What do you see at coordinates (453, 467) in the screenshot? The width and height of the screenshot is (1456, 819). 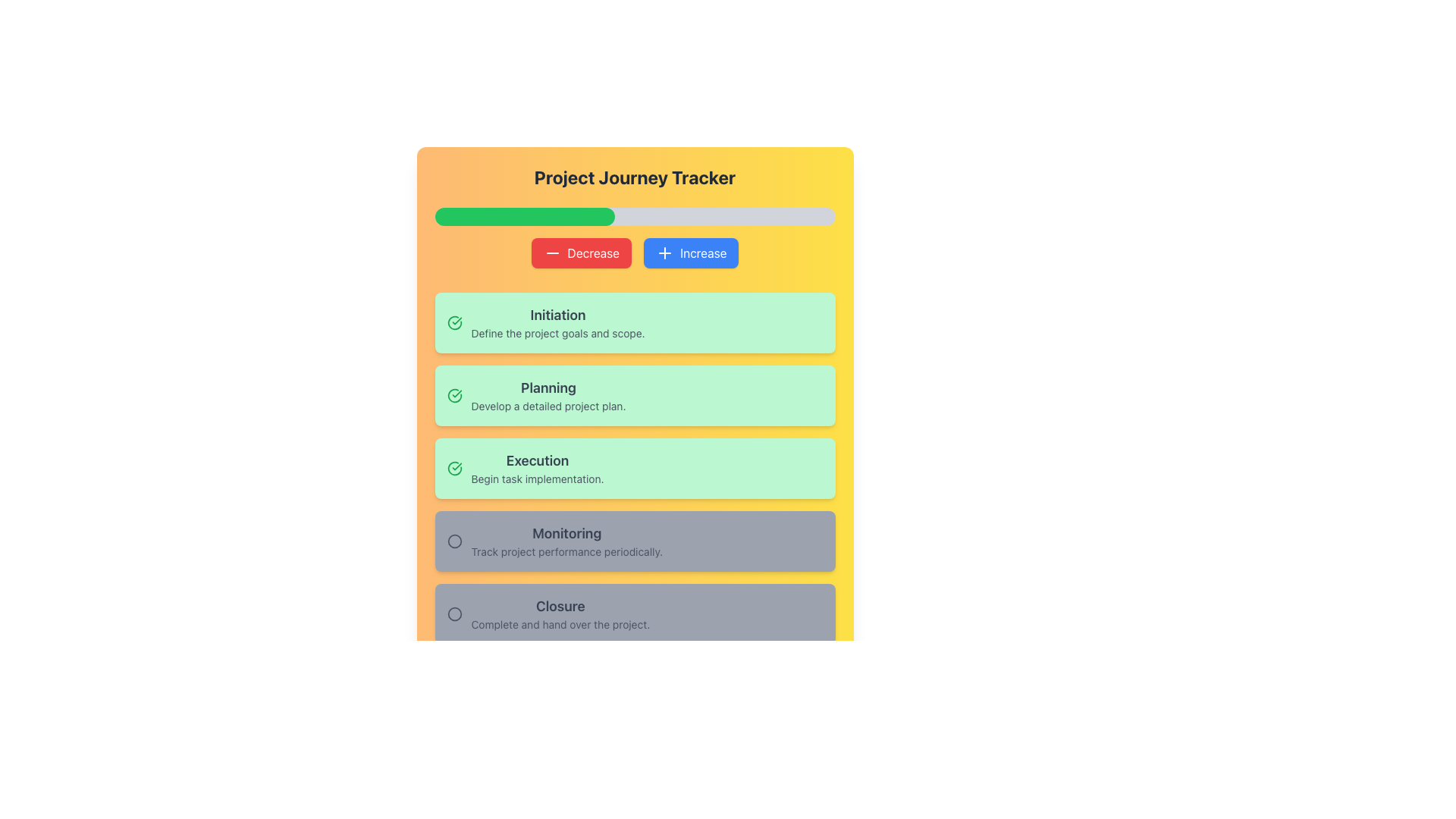 I see `the completion icon located in the 'Execution' card, which serves as a visual indicator for task verification` at bounding box center [453, 467].